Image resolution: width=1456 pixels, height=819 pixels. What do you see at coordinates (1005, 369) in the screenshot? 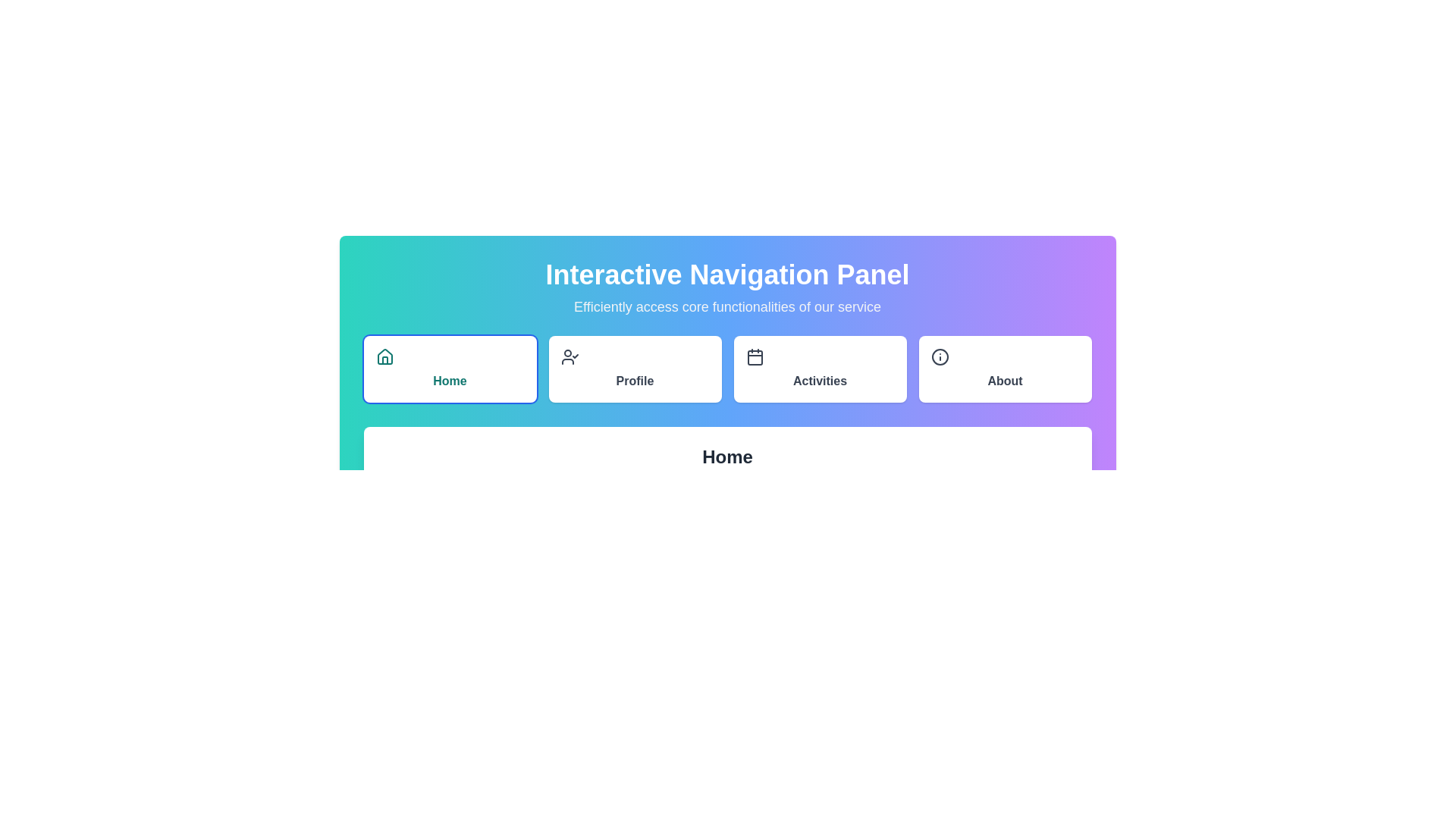
I see `the 'About' button, which is a rectangular button with a white background and an information icon, to observe style changes` at bounding box center [1005, 369].